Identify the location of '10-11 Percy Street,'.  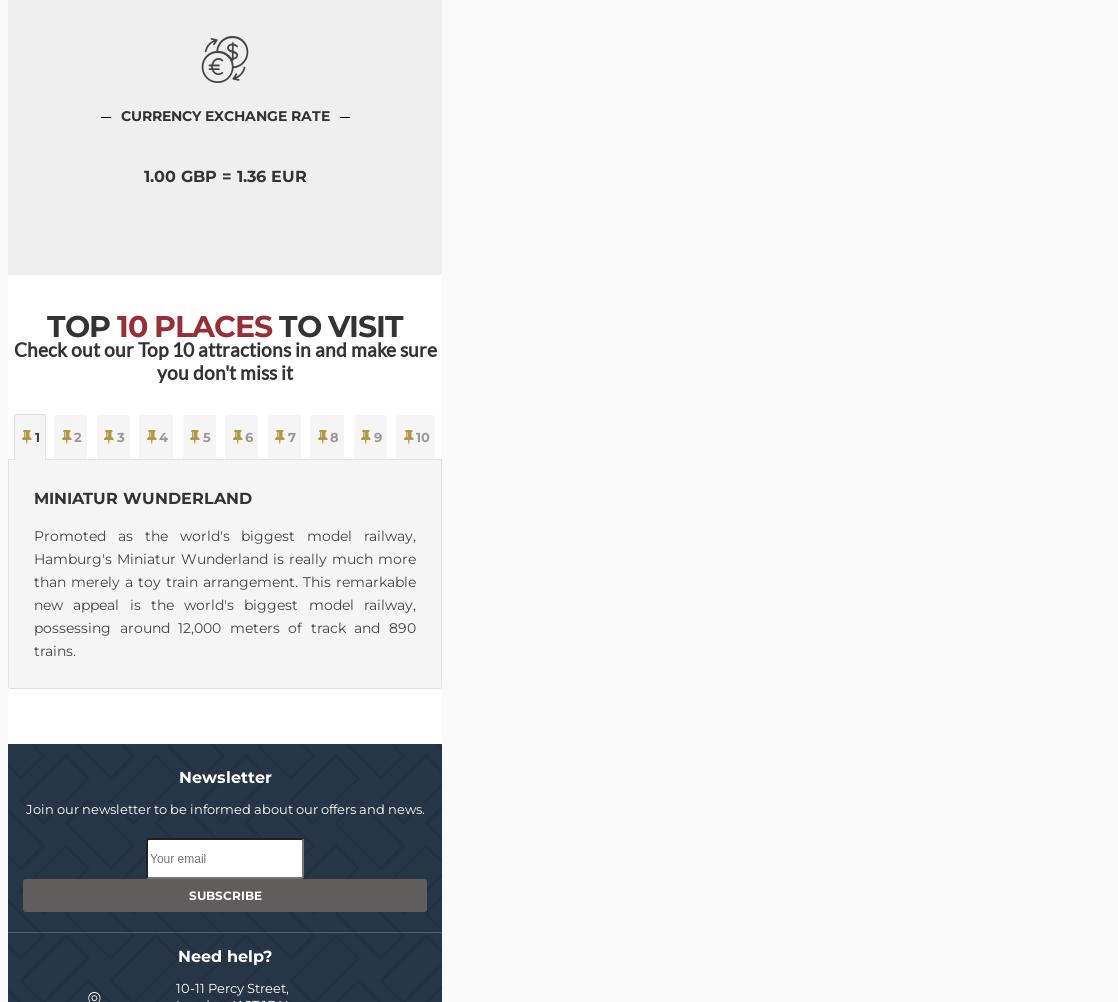
(232, 986).